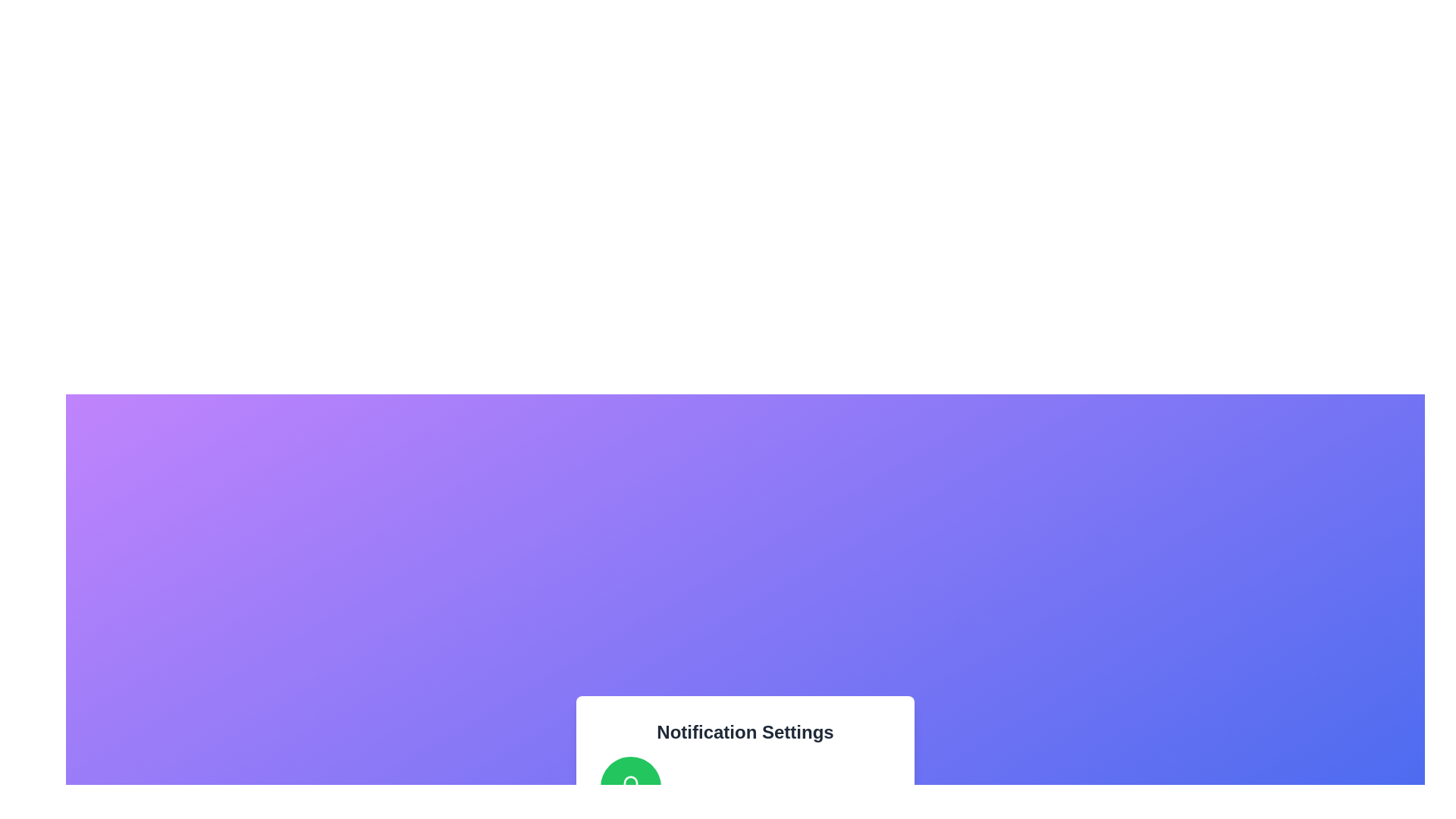 Image resolution: width=1456 pixels, height=819 pixels. I want to click on notification toggle button to change its state, so click(630, 786).